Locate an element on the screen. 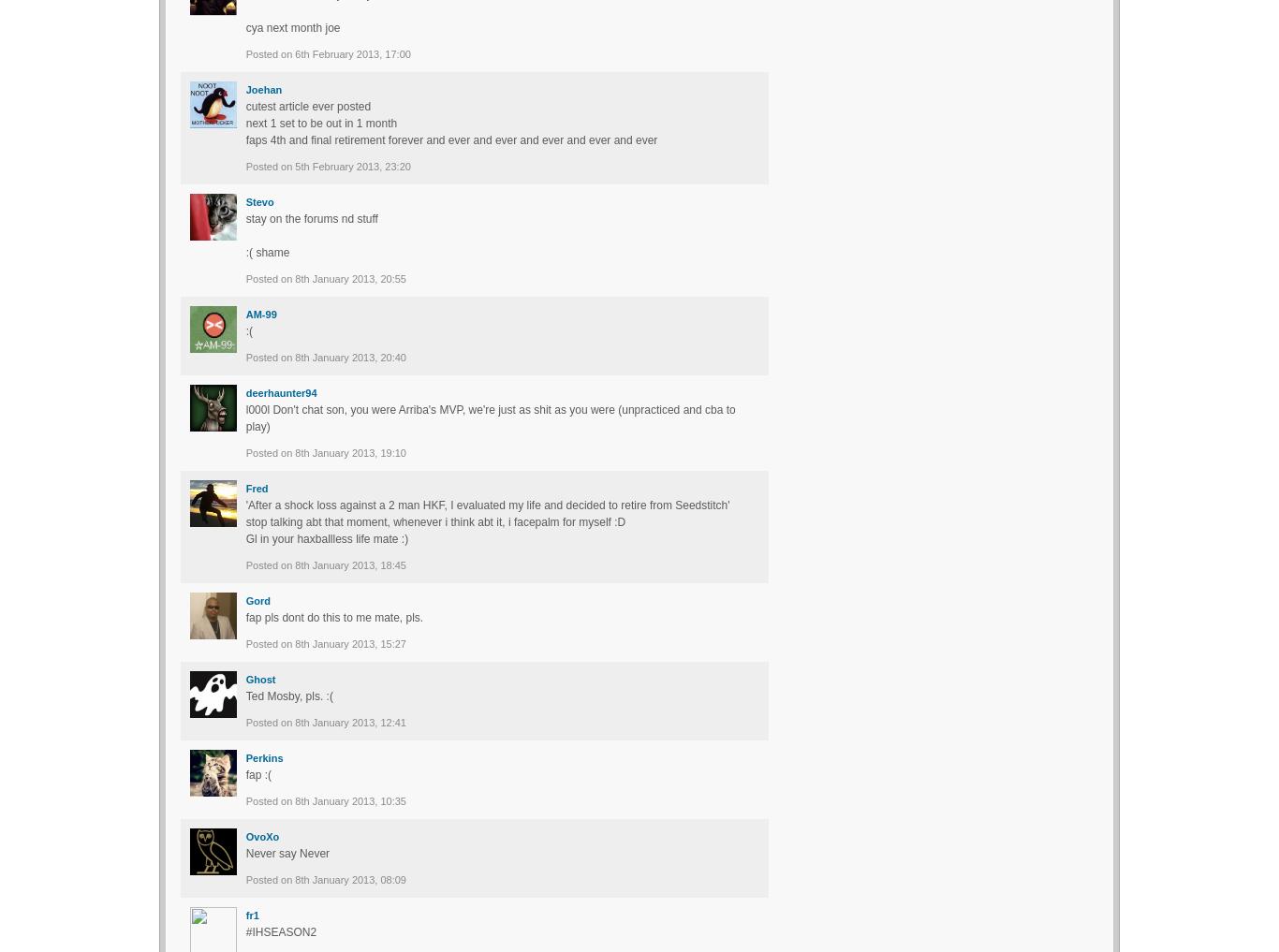 Image resolution: width=1279 pixels, height=952 pixels. 'Posted on 6th February 2013, 17:00' is located at coordinates (326, 52).